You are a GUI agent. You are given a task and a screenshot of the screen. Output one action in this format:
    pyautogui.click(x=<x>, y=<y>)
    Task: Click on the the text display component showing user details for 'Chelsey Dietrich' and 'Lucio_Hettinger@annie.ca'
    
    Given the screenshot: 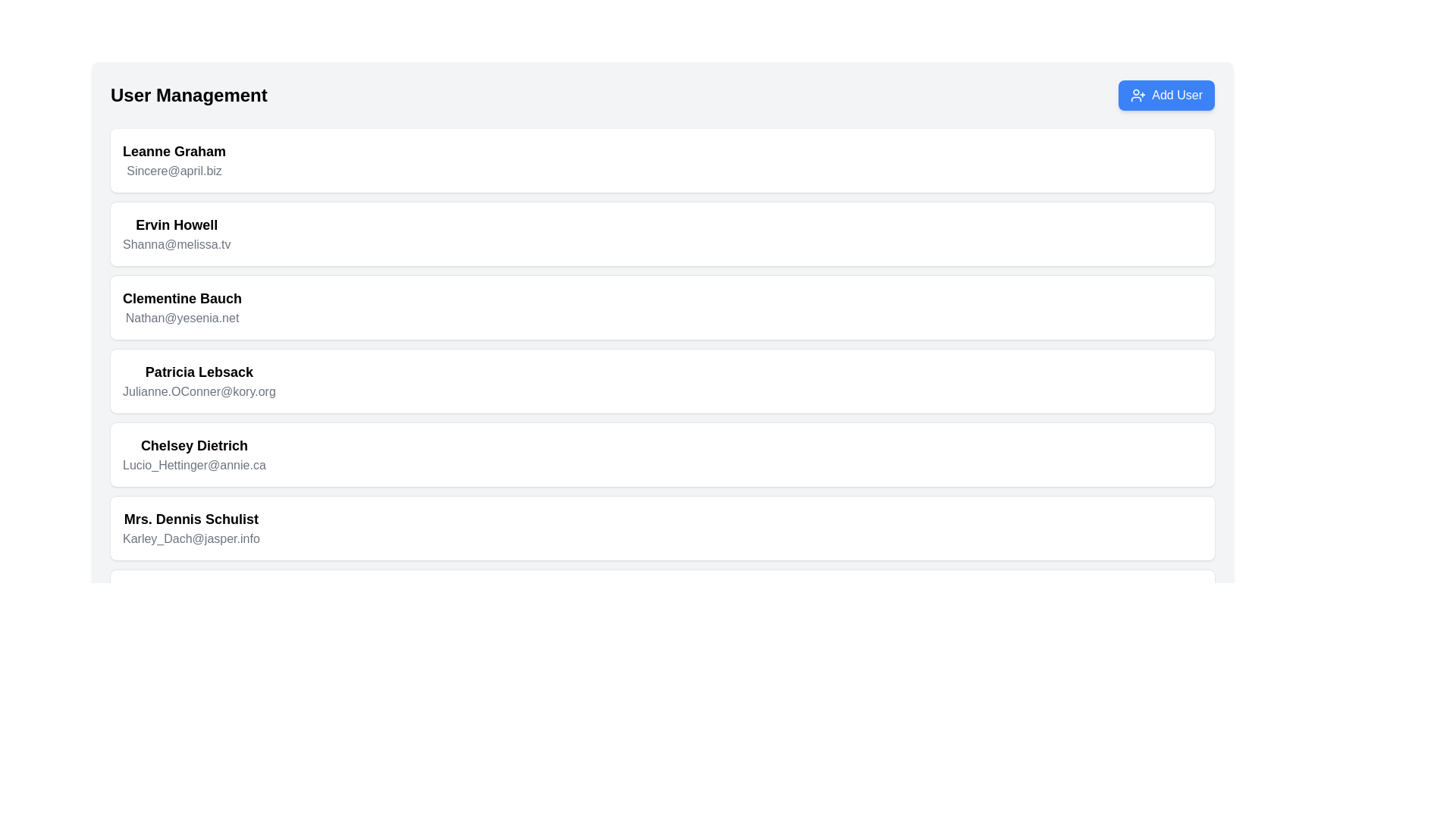 What is the action you would take?
    pyautogui.click(x=193, y=454)
    